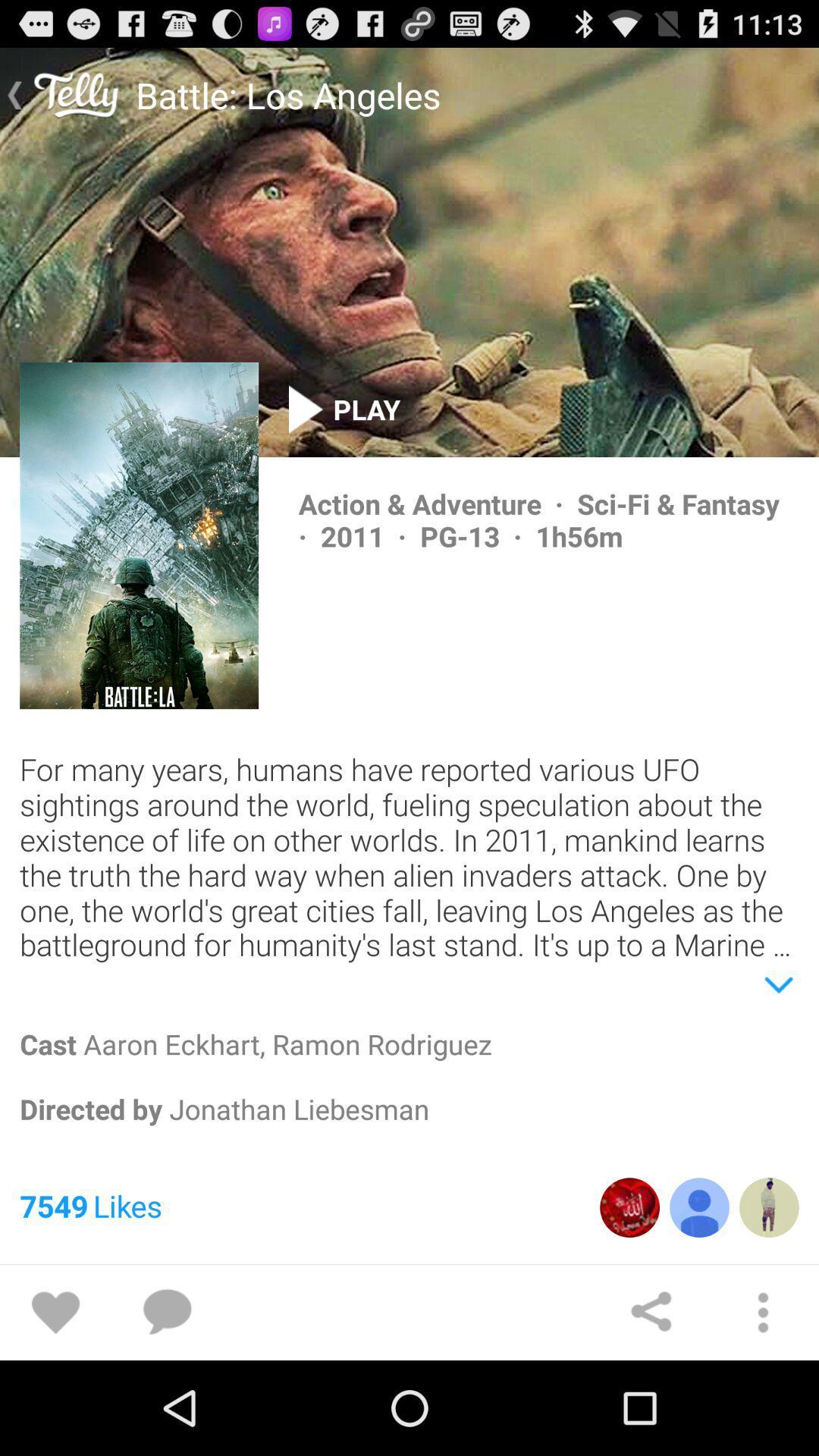 The width and height of the screenshot is (819, 1456). I want to click on search option, so click(167, 1312).